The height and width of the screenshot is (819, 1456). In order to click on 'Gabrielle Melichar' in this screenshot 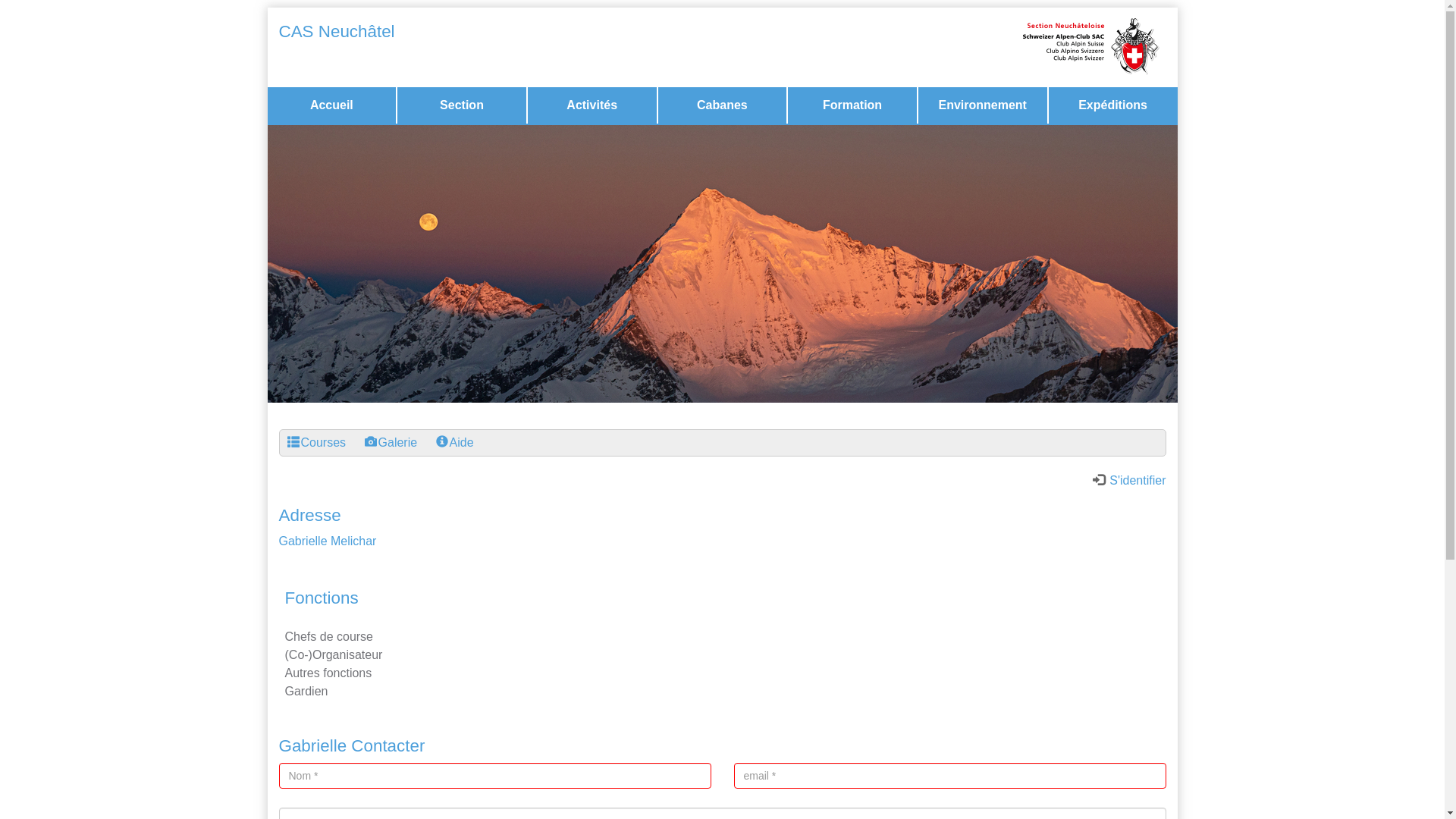, I will do `click(327, 540)`.